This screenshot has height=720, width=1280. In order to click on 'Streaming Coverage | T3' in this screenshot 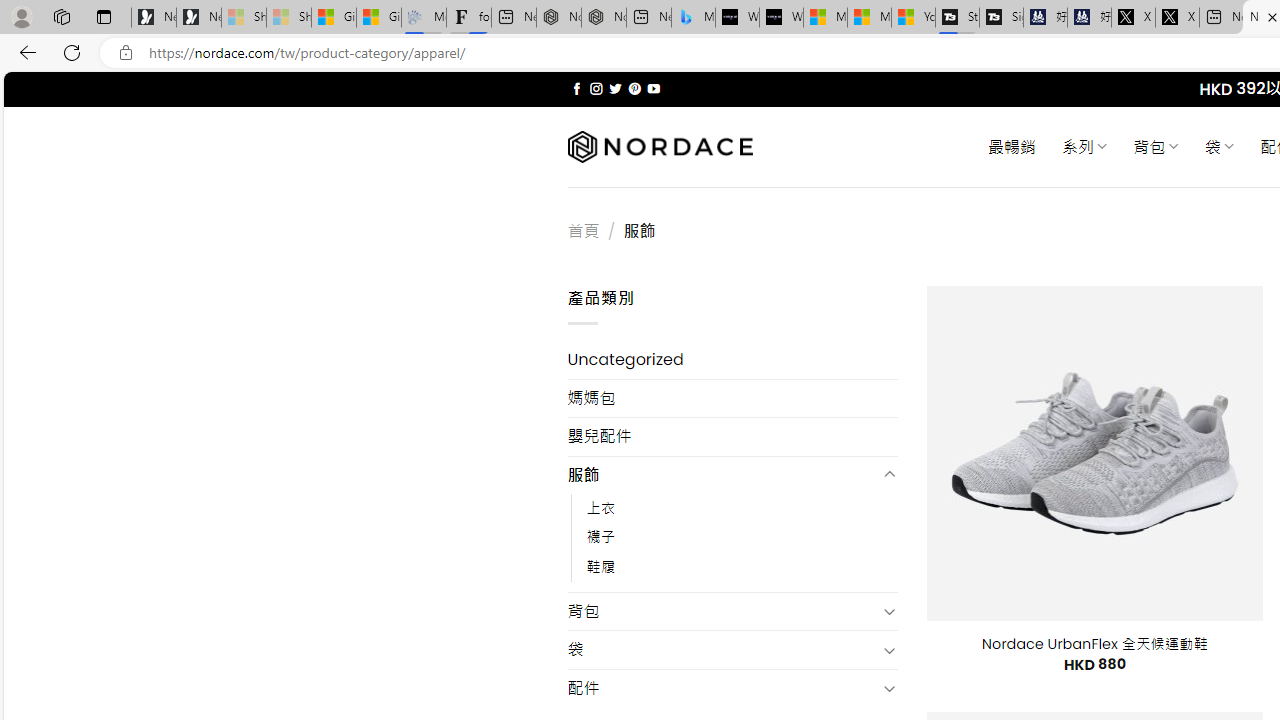, I will do `click(956, 17)`.